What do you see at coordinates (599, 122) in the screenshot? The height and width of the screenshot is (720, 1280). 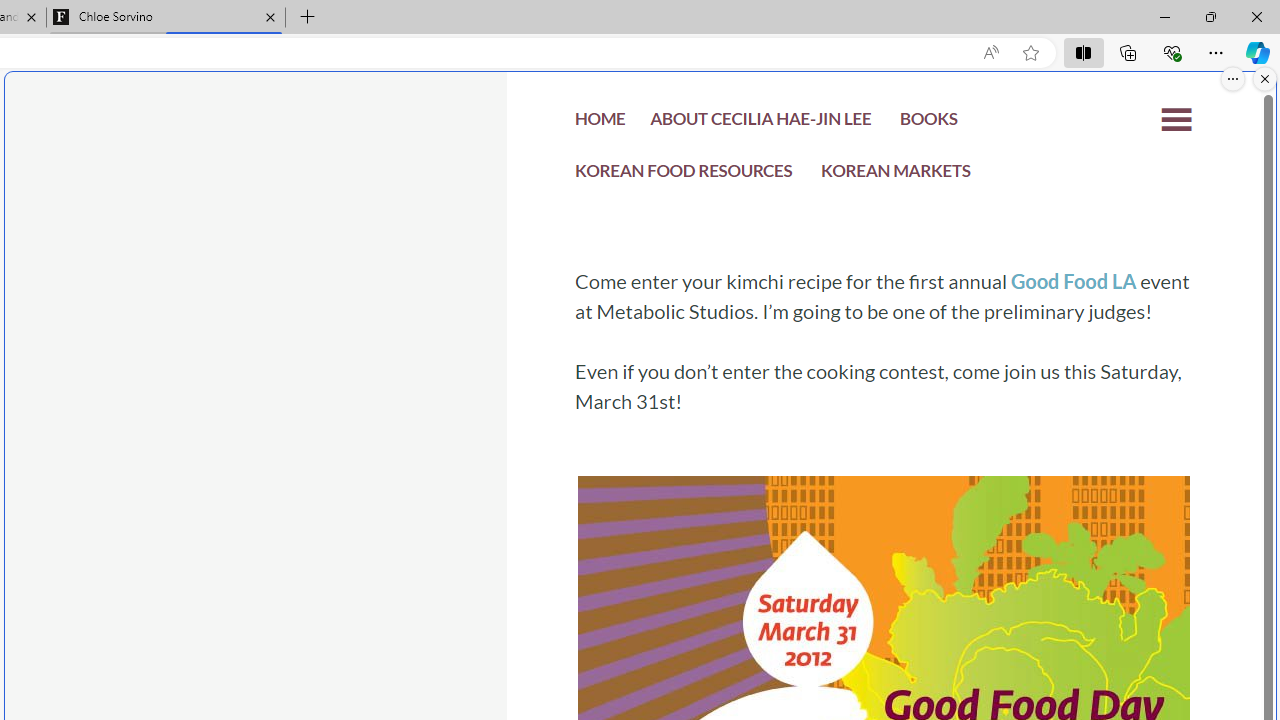 I see `'HOME'` at bounding box center [599, 122].